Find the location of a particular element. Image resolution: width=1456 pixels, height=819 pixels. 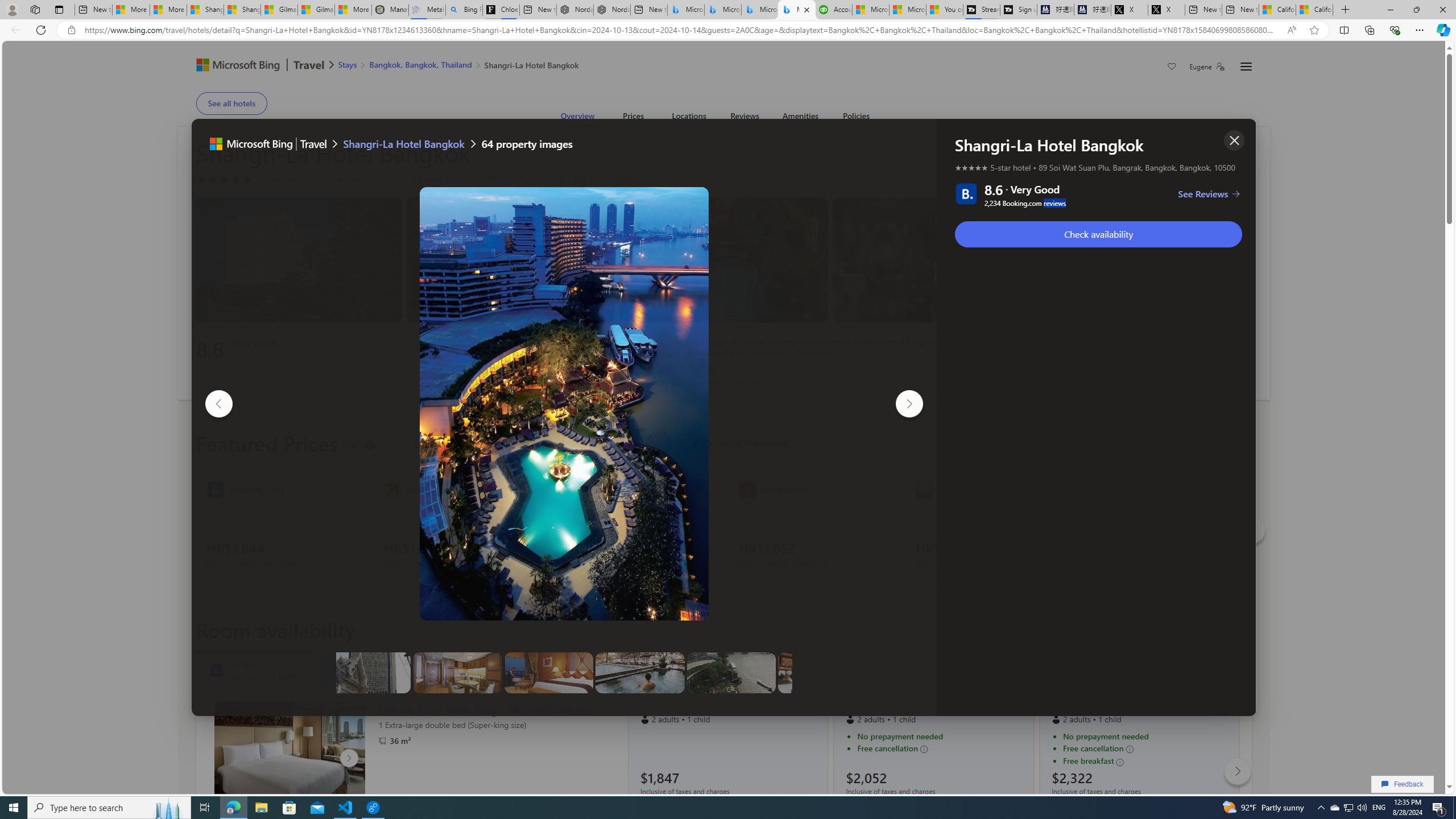

'Manatee Mortality Statistics | FWC' is located at coordinates (390, 9).